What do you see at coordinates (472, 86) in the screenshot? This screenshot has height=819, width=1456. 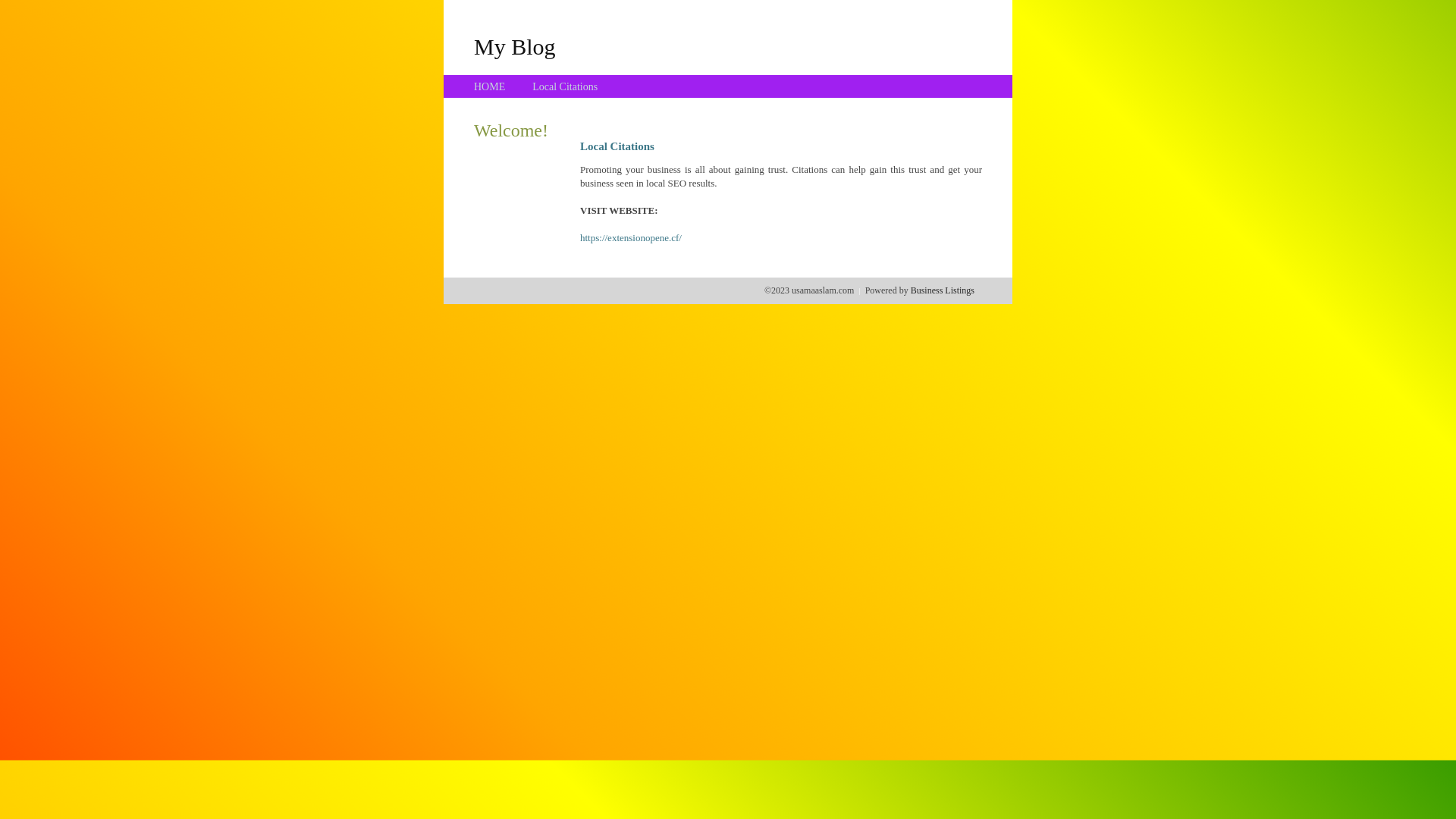 I see `'HOME'` at bounding box center [472, 86].